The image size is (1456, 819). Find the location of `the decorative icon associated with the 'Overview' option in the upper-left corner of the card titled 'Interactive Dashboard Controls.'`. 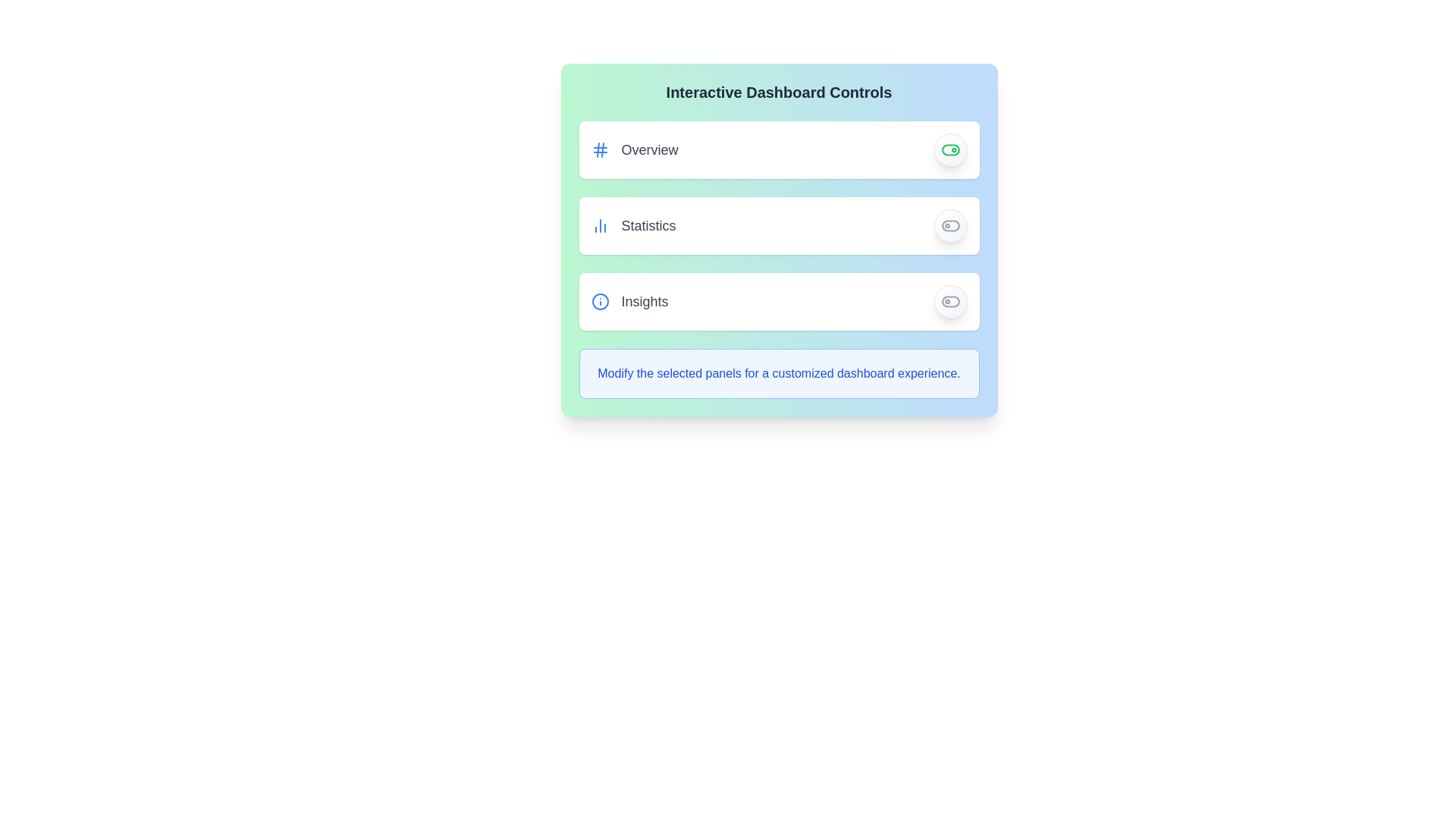

the decorative icon associated with the 'Overview' option in the upper-left corner of the card titled 'Interactive Dashboard Controls.' is located at coordinates (599, 149).